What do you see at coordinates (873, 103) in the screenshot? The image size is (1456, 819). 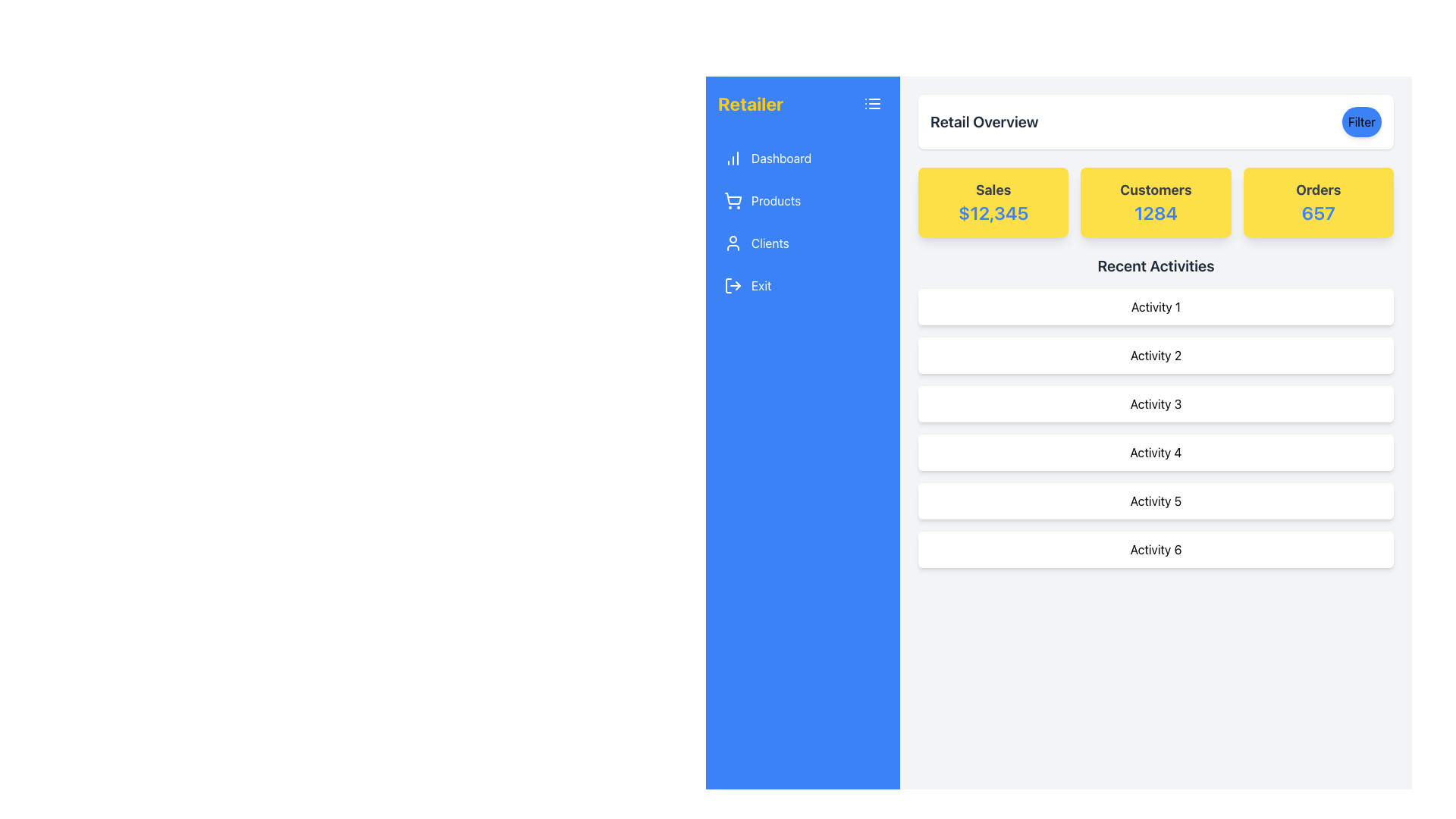 I see `the small icon resembling a list layout, located near the top-right corner of the side navigation bar` at bounding box center [873, 103].